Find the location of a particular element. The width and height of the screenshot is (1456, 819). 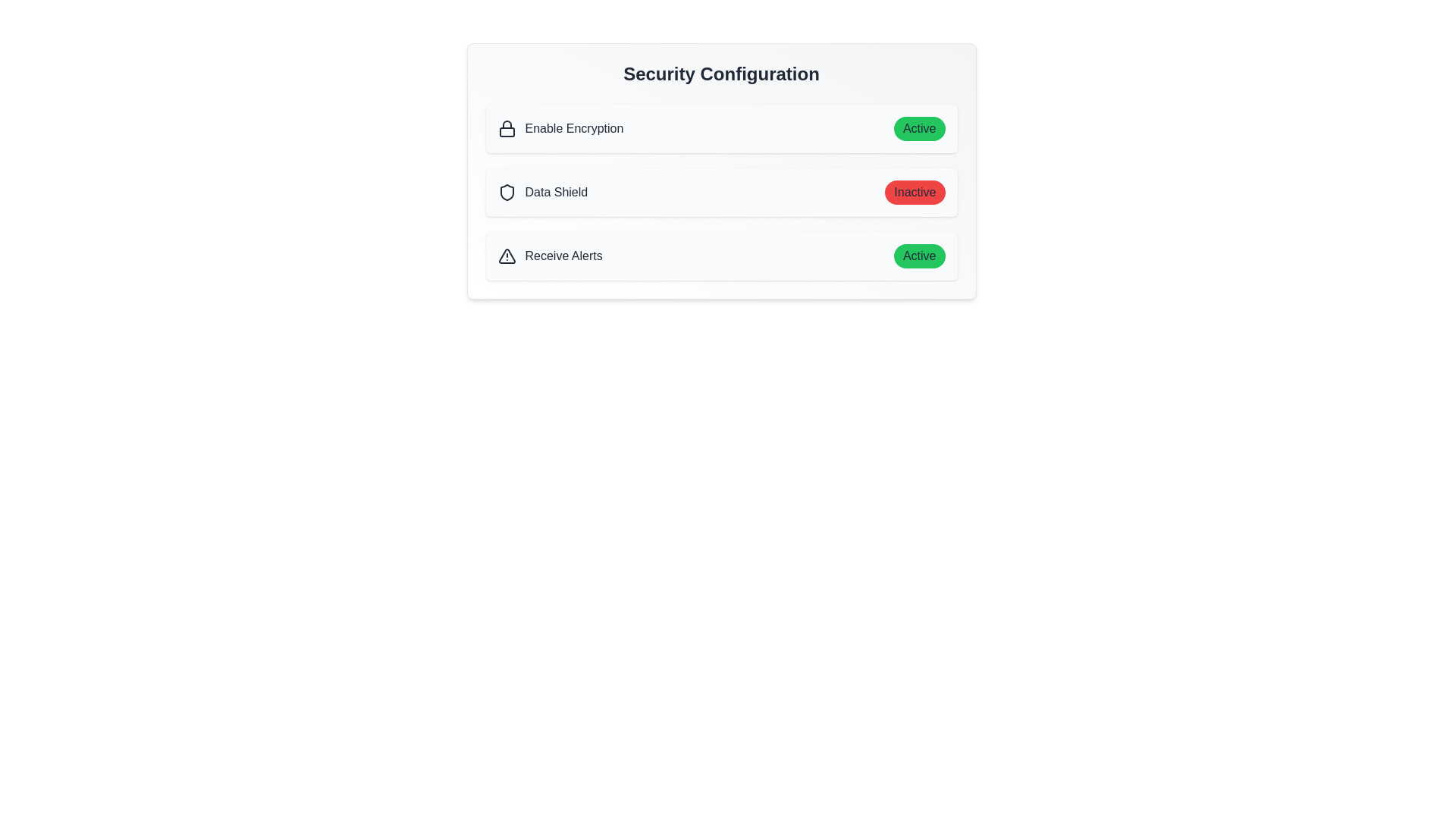

the 'Active' status text label in the green rounded rectangle button for the 'Receive Alerts' feature within the 'Security Configuration' panel is located at coordinates (918, 256).